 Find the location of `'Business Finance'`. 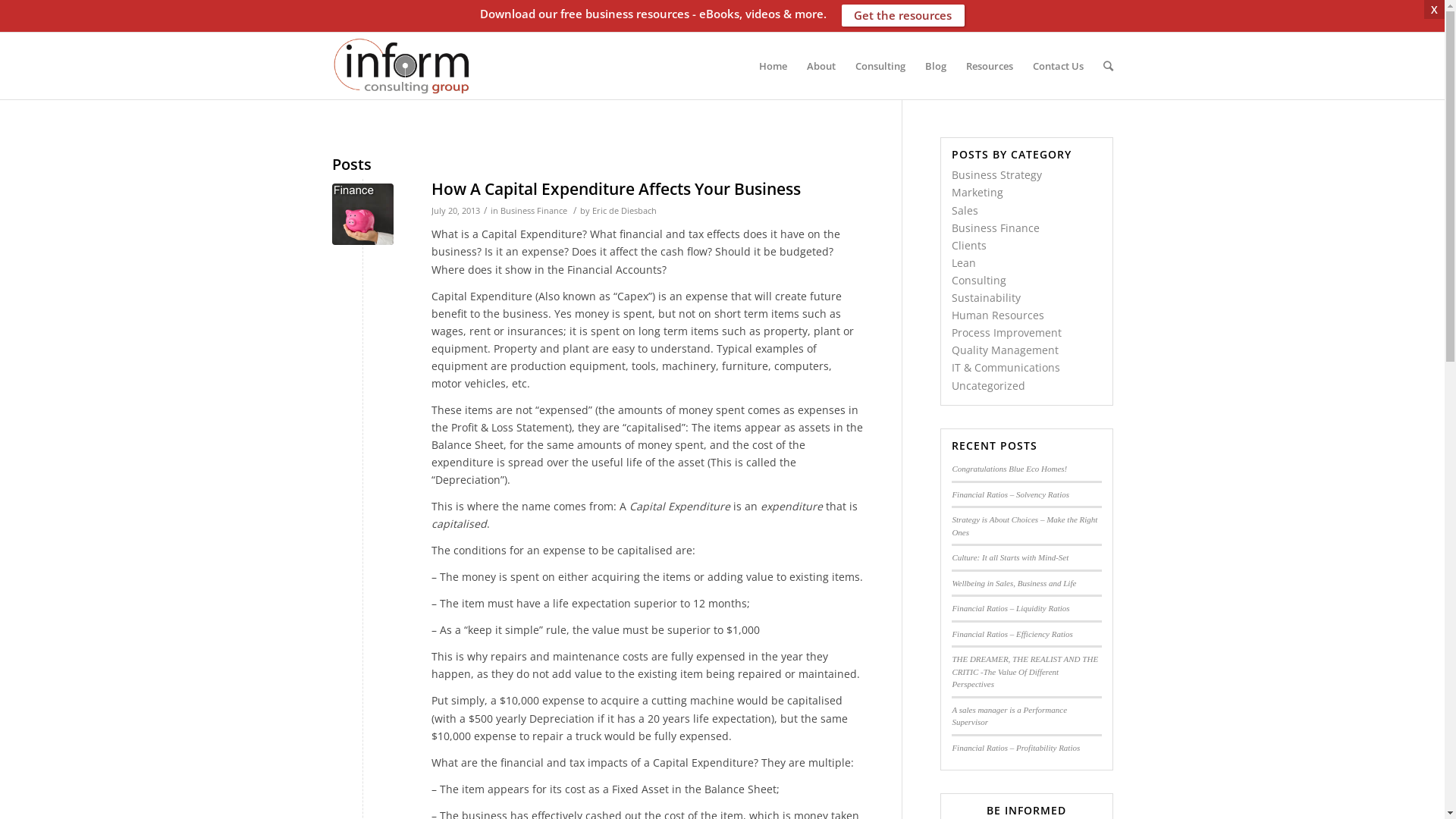

'Business Finance' is located at coordinates (996, 227).